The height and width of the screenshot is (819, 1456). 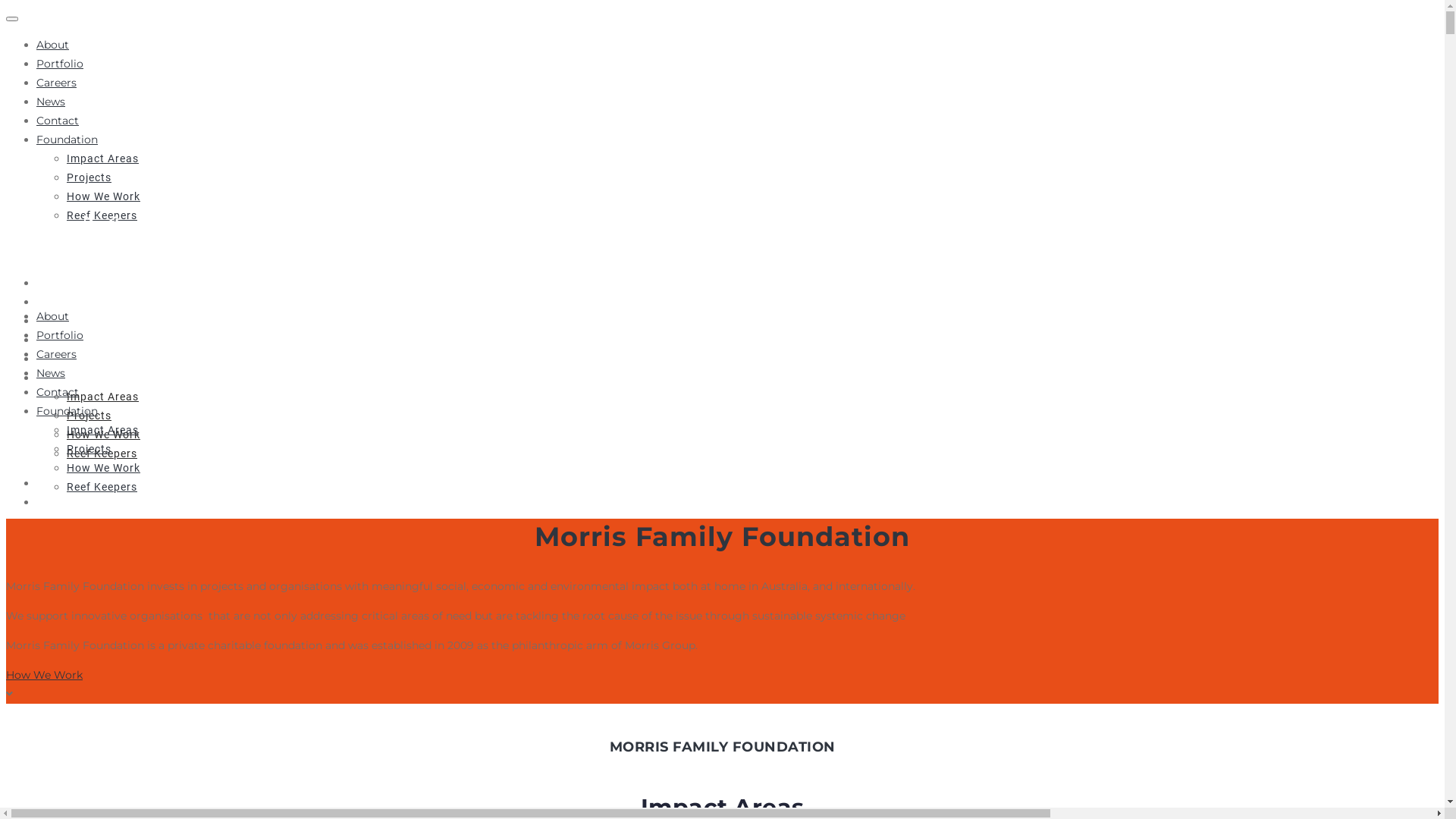 I want to click on 'Careers', so click(x=58, y=320).